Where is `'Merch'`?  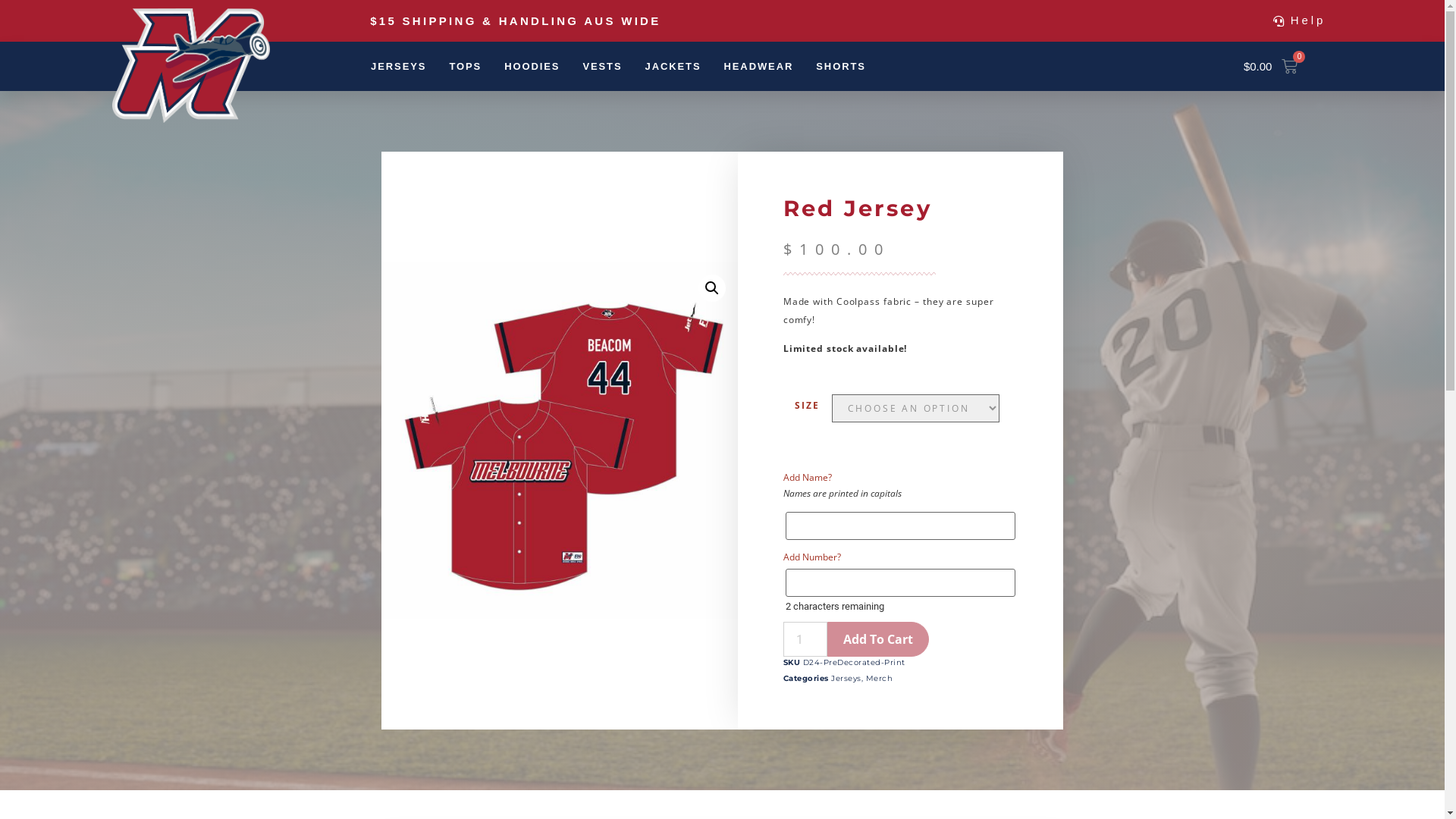
'Merch' is located at coordinates (880, 677).